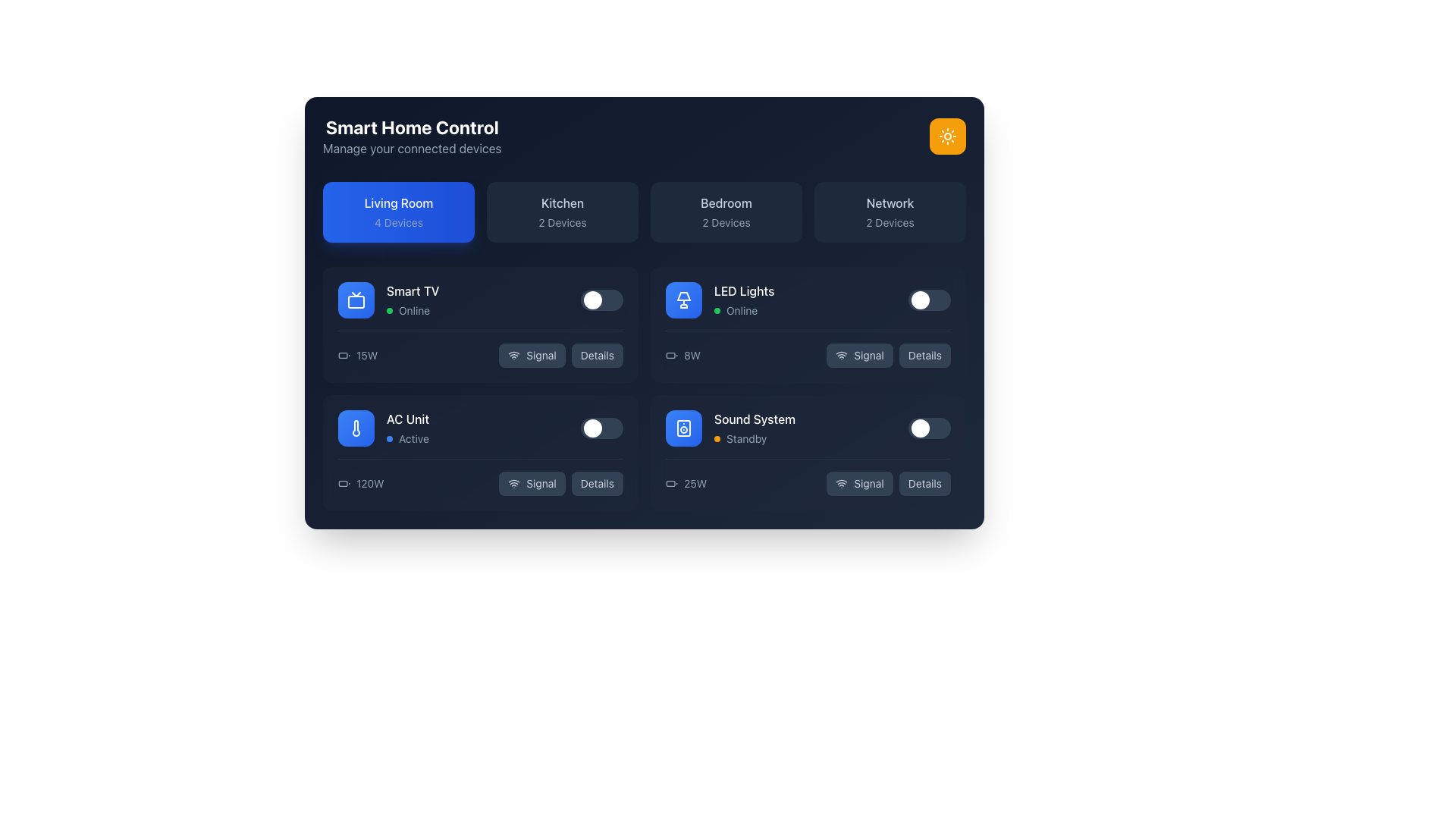 This screenshot has height=819, width=1456. I want to click on the 'Sound System' device status tile located in the living room section of the smart home control interface, so click(730, 428).